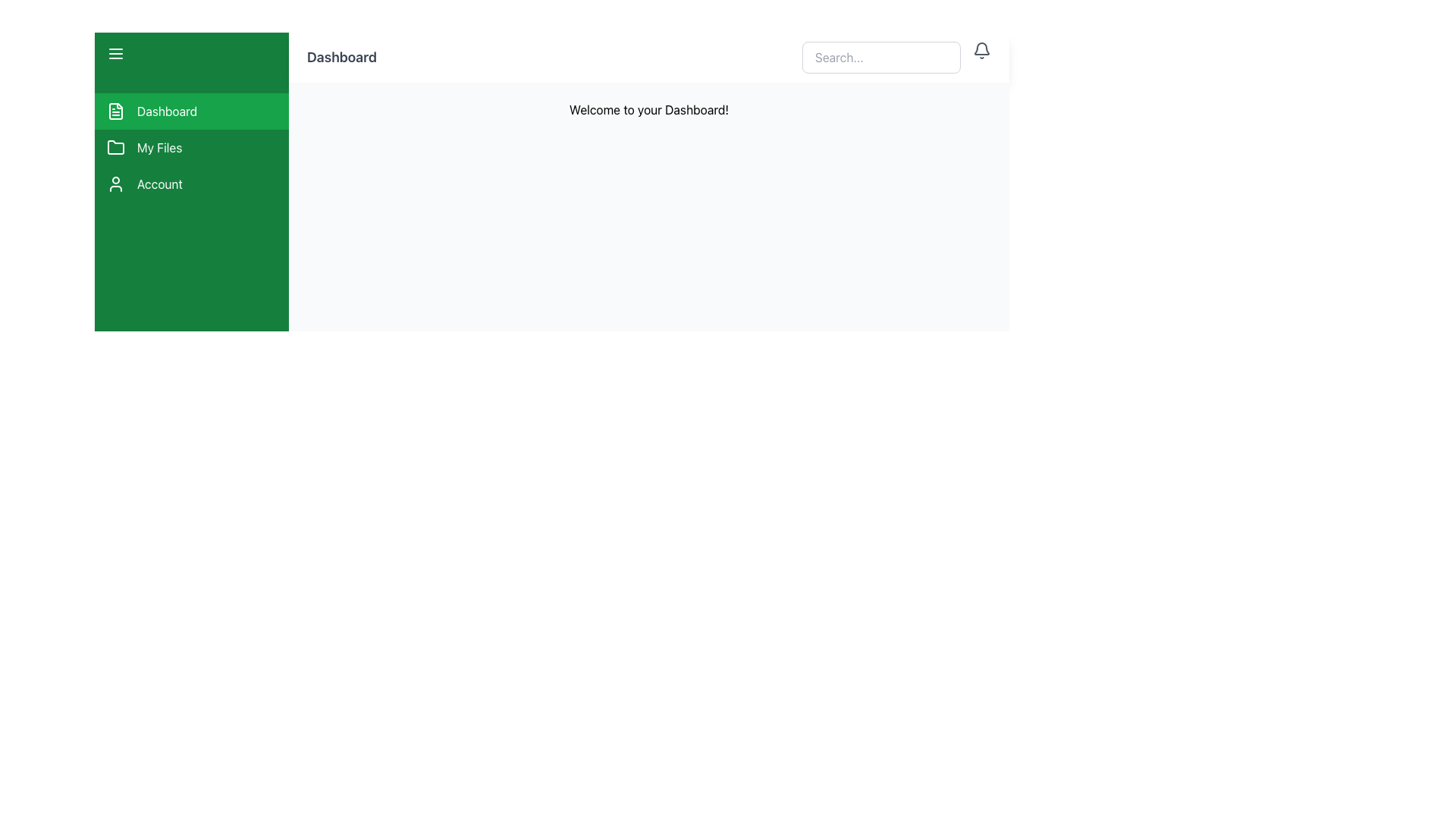 Image resolution: width=1456 pixels, height=819 pixels. I want to click on the topmost button in the sidebar, so click(191, 110).